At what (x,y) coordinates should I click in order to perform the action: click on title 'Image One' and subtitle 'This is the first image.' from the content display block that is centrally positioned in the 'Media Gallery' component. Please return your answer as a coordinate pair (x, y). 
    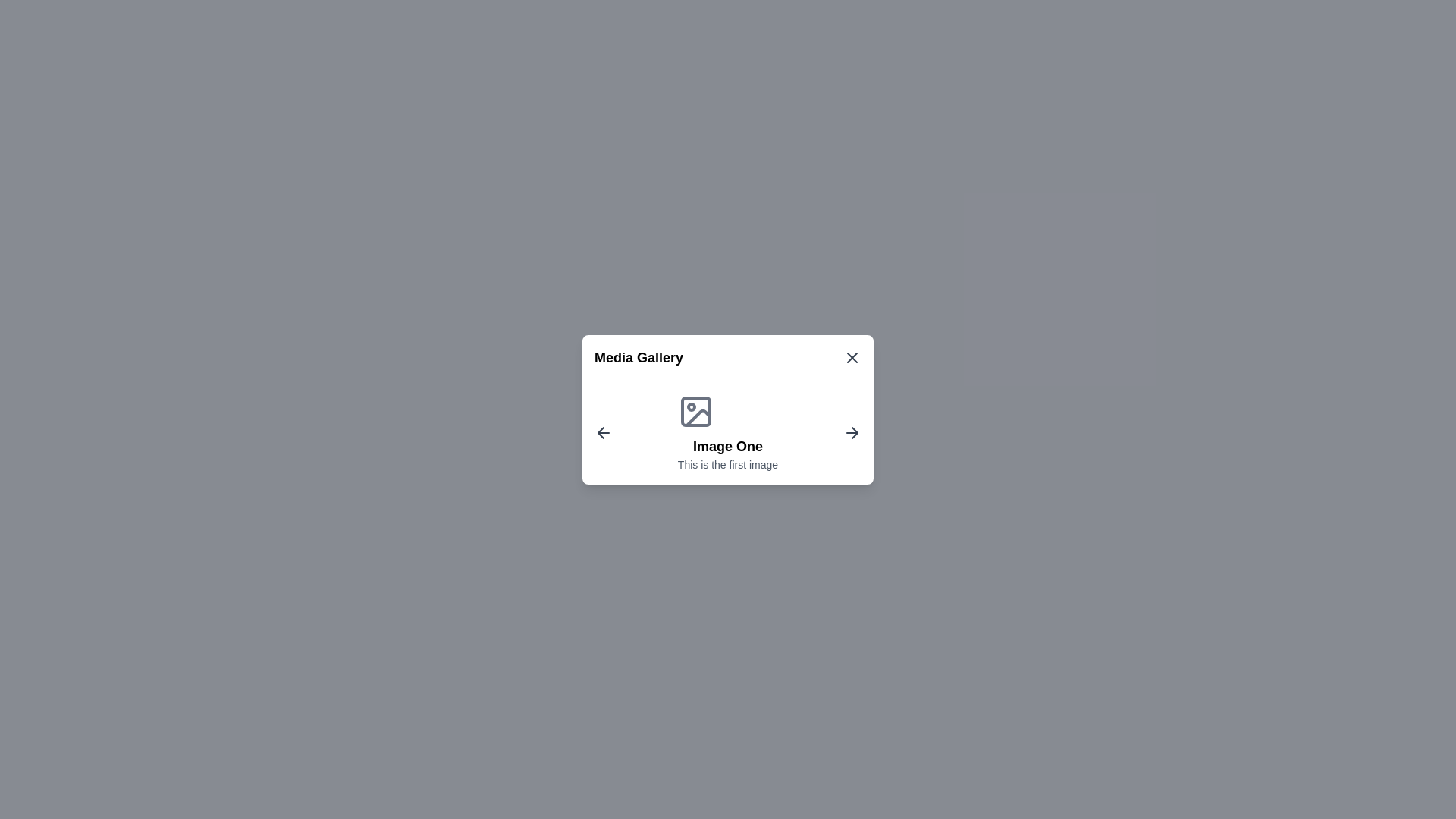
    Looking at the image, I should click on (728, 432).